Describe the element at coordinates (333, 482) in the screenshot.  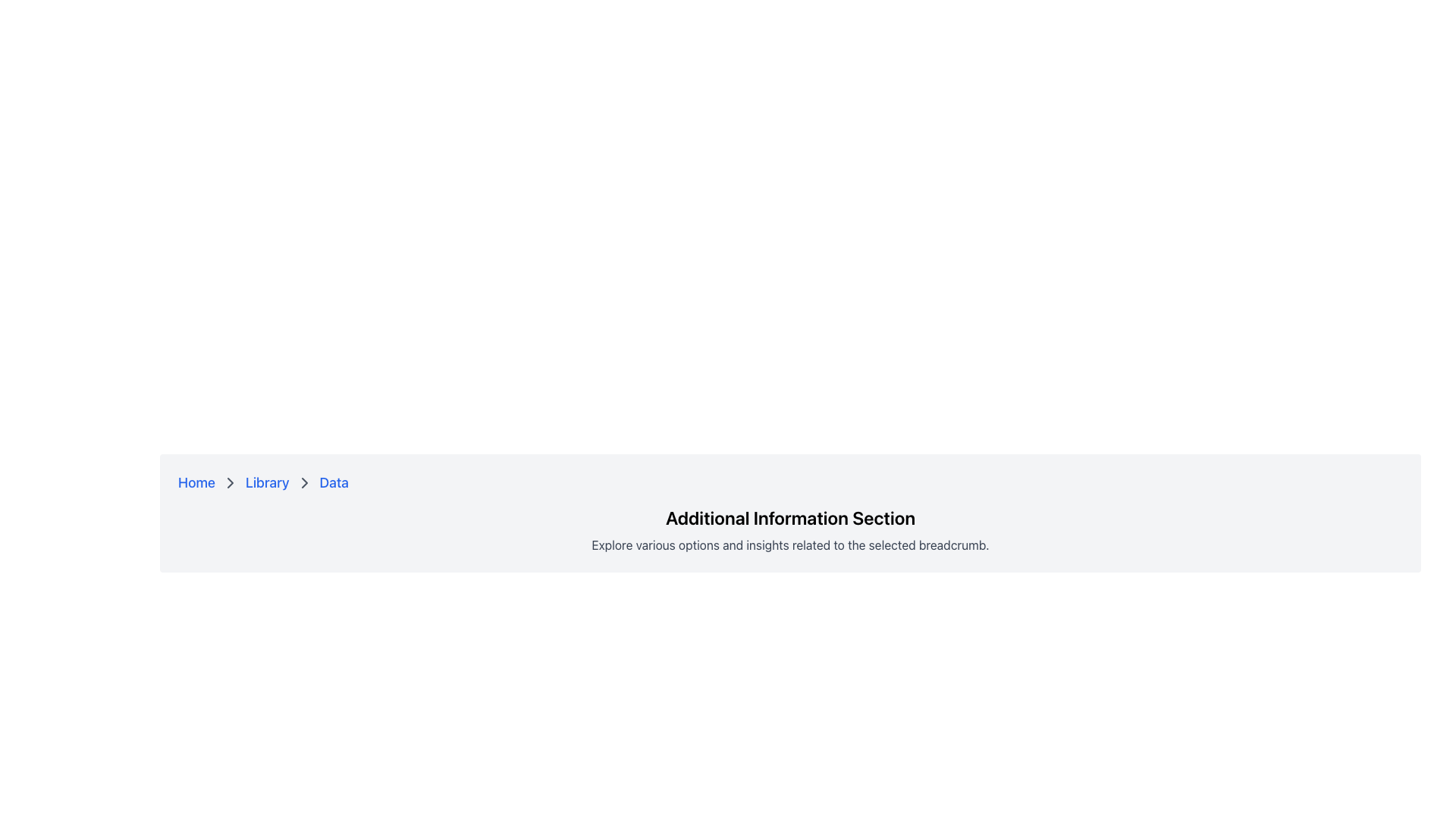
I see `the 'Data' hyperlink` at that location.